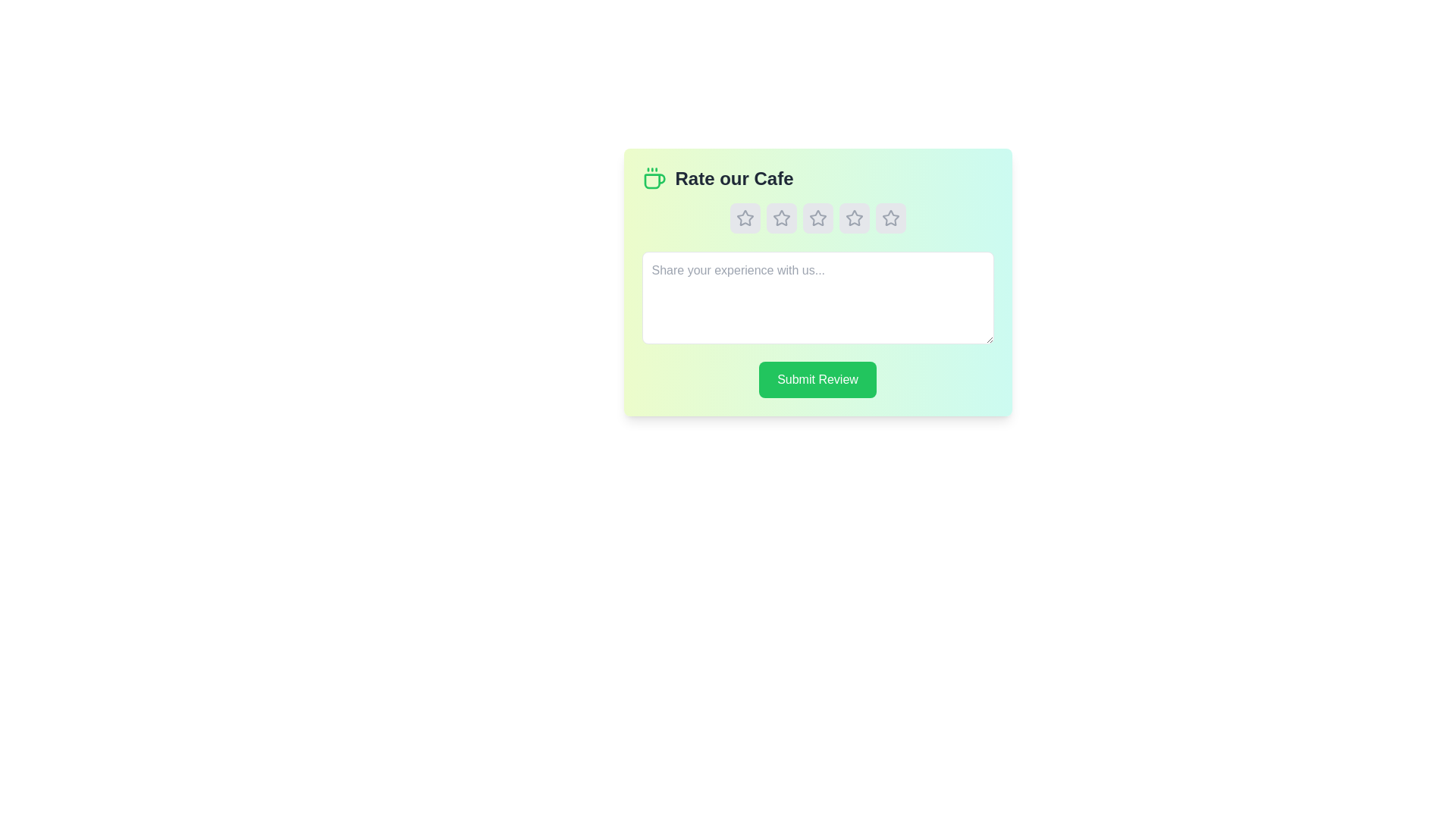 The height and width of the screenshot is (819, 1456). What do you see at coordinates (817, 218) in the screenshot?
I see `the cafe rating to 3 stars by clicking the corresponding star` at bounding box center [817, 218].